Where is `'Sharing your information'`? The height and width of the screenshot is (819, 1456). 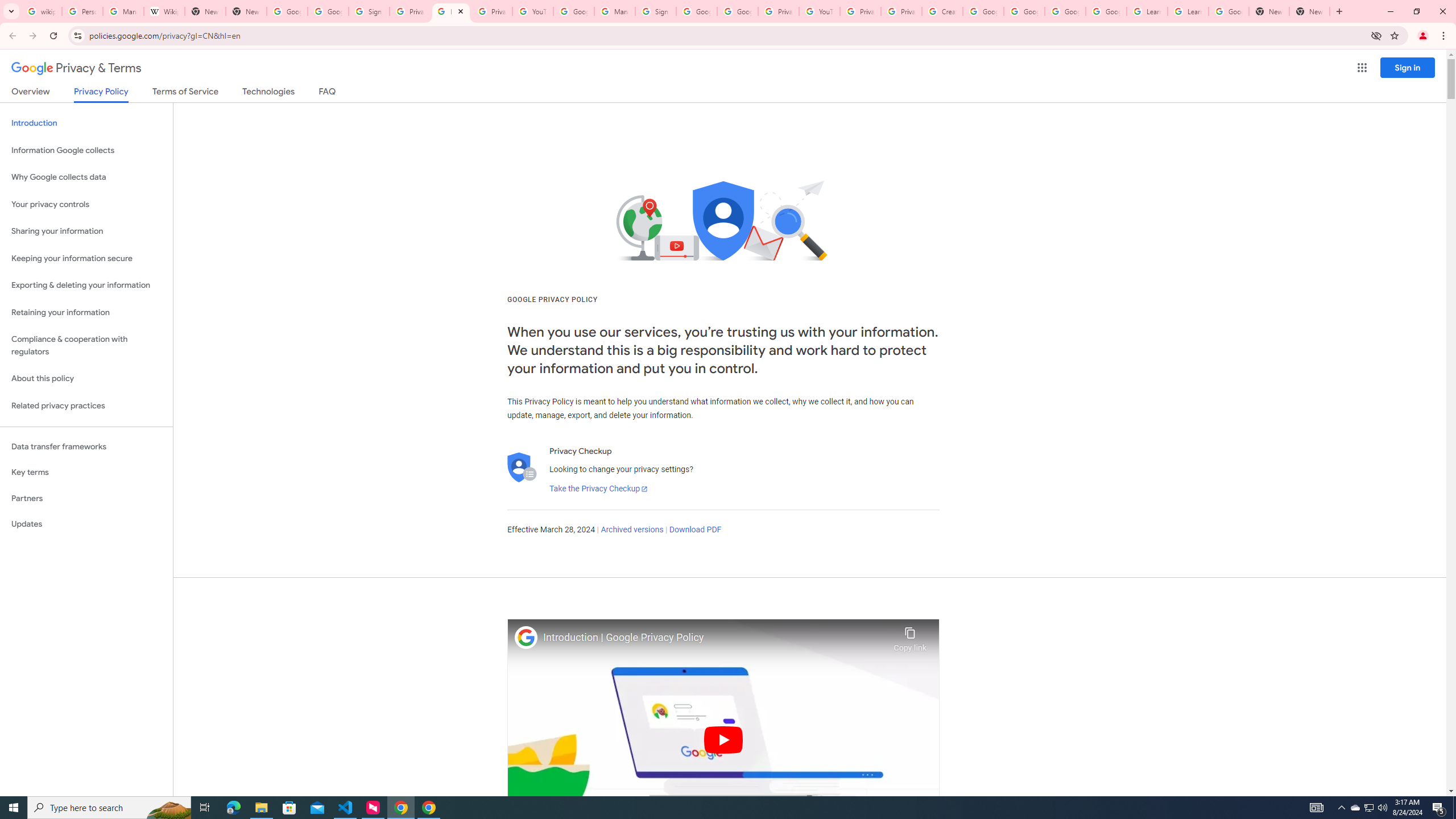
'Sharing your information' is located at coordinates (86, 230).